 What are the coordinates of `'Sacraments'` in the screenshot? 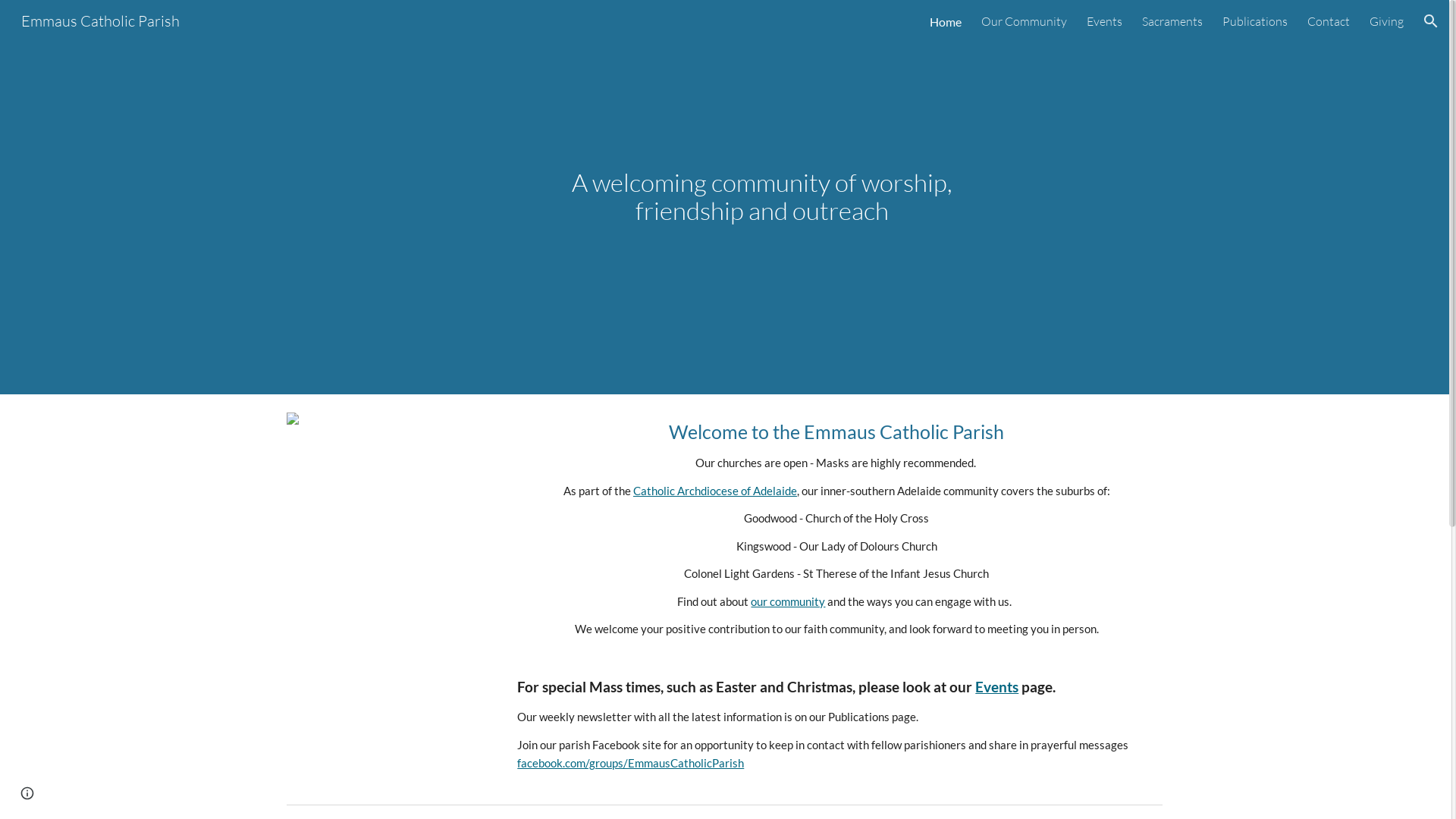 It's located at (1171, 20).